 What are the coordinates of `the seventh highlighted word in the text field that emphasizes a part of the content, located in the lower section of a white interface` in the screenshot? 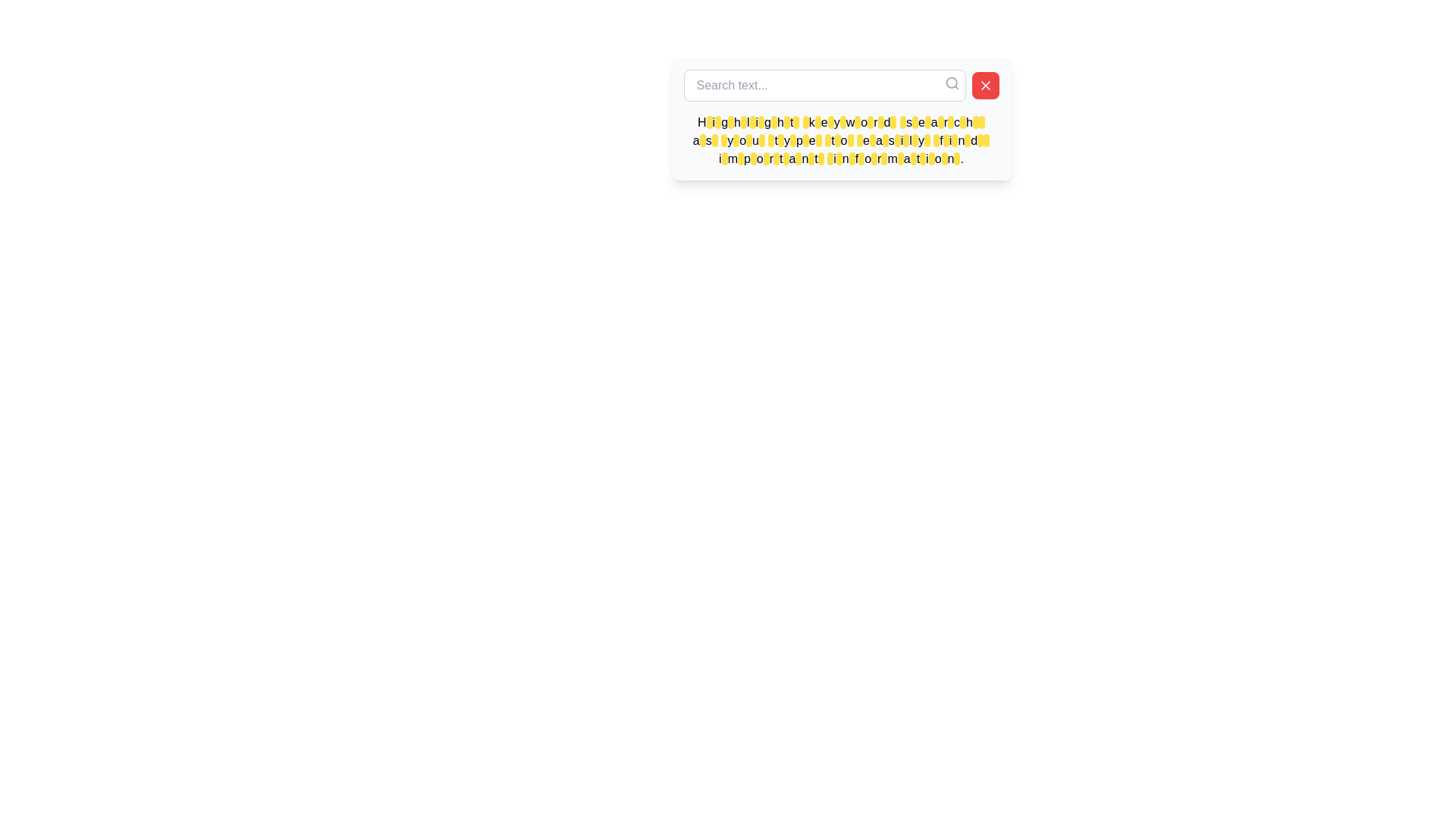 It's located at (774, 121).